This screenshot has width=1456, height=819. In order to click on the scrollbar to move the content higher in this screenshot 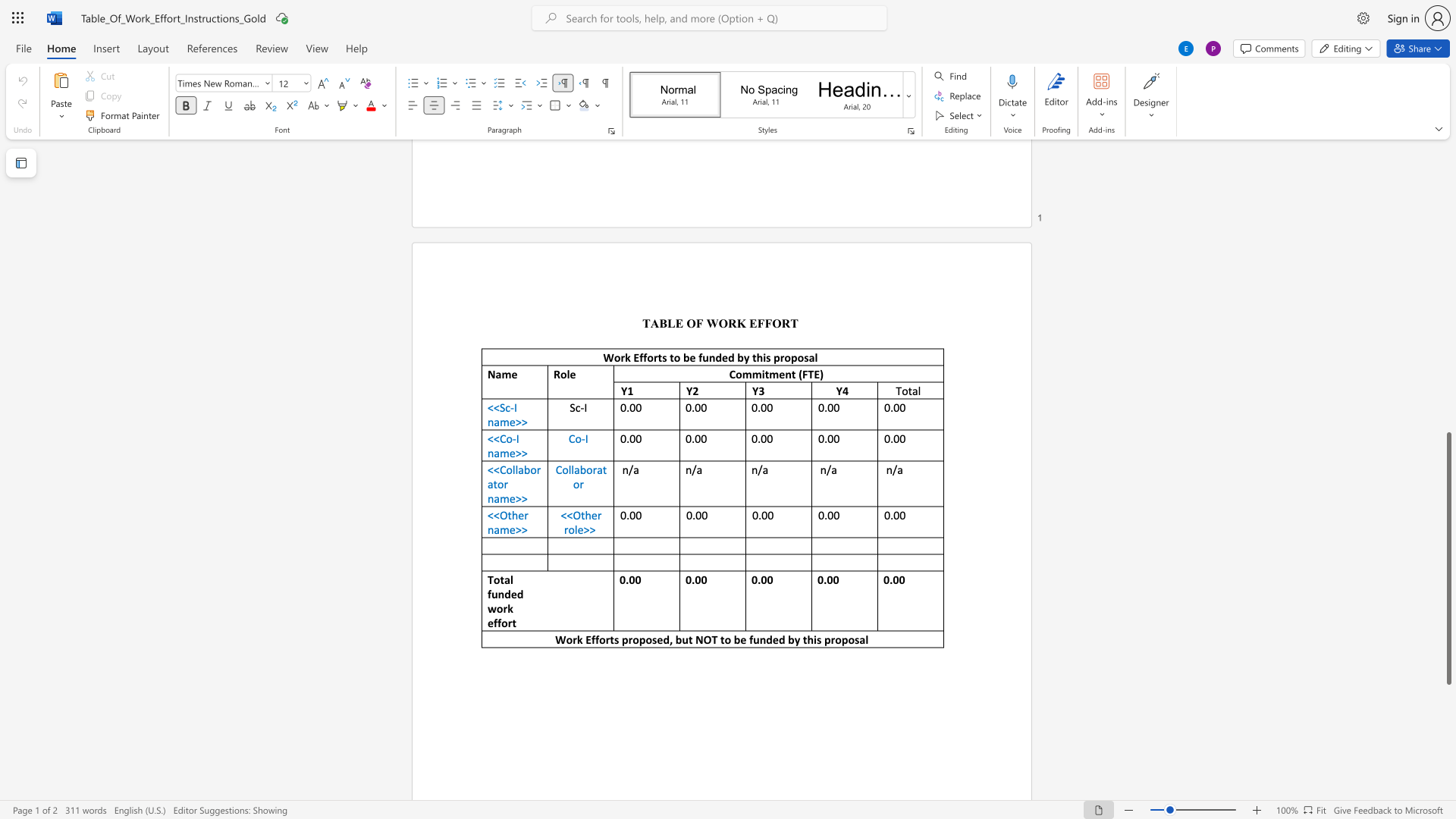, I will do `click(1448, 409)`.